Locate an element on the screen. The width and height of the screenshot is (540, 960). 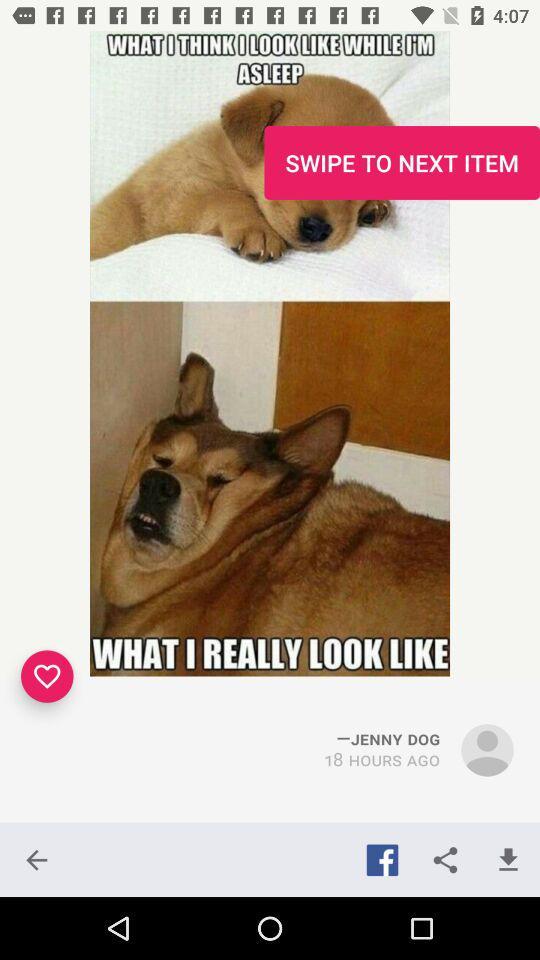
to favorite is located at coordinates (47, 676).